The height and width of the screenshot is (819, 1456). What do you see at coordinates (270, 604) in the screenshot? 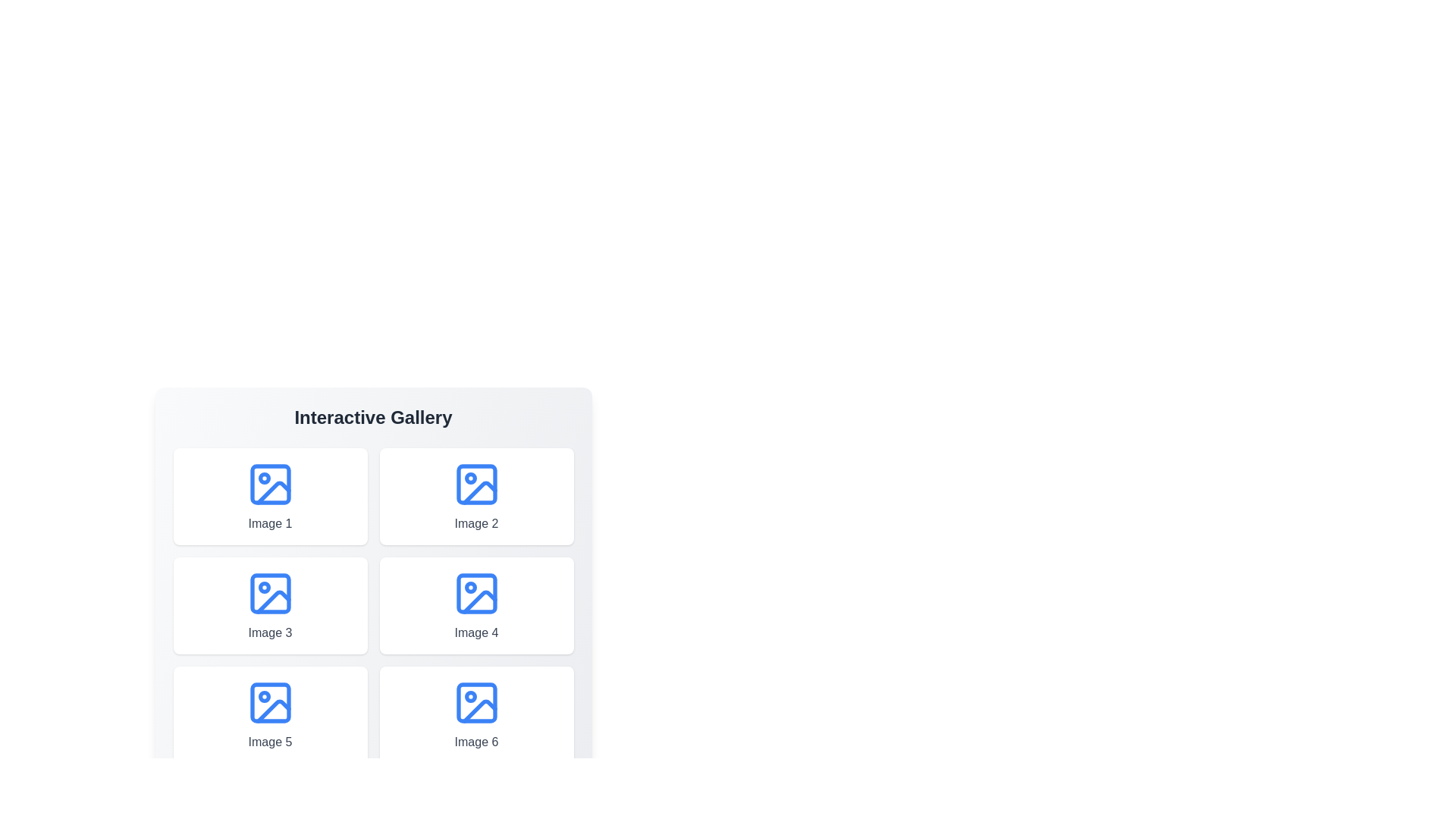
I see `the image titled 'Image 3' to see its hover effect` at bounding box center [270, 604].